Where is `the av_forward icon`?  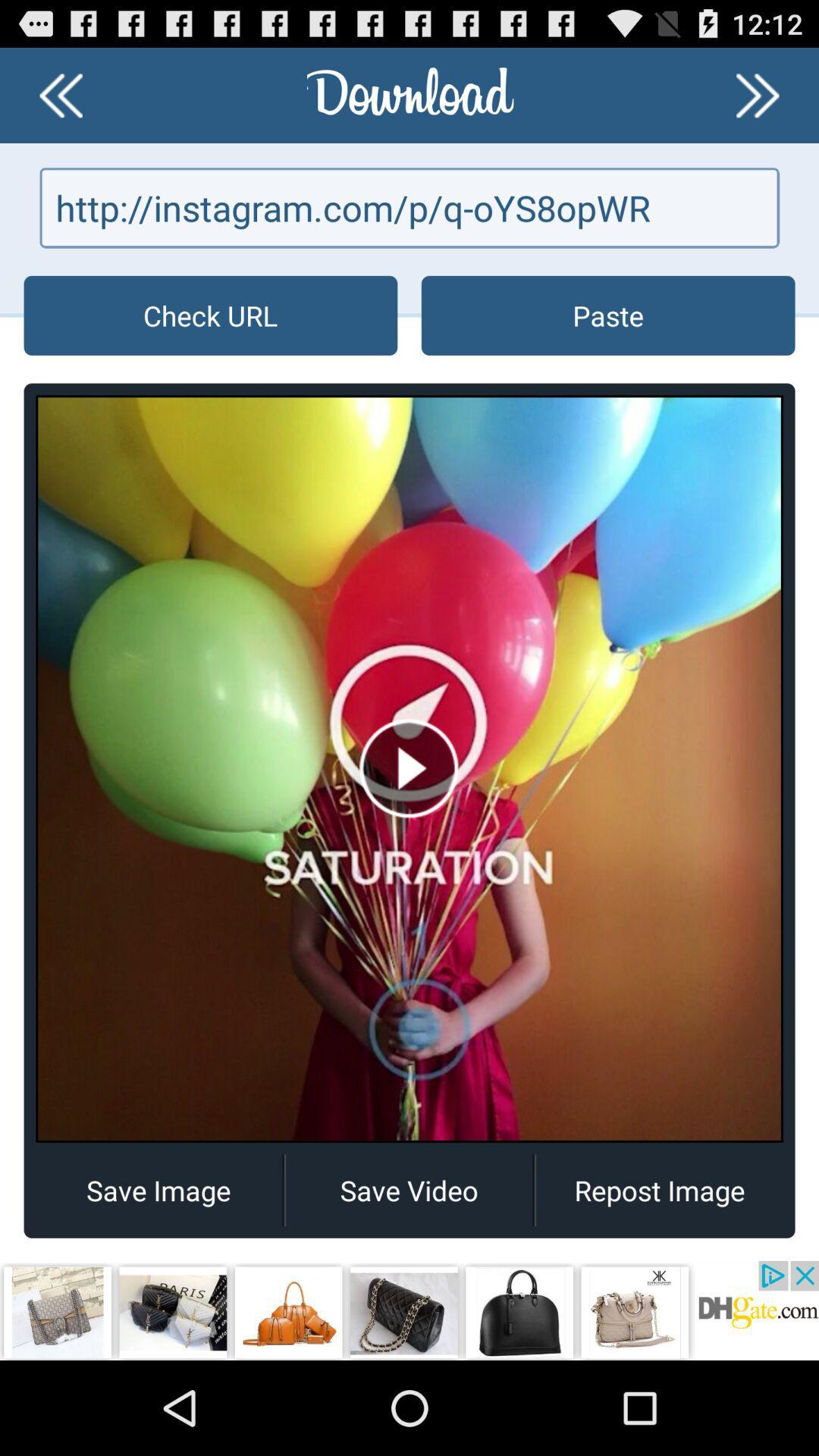 the av_forward icon is located at coordinates (758, 101).